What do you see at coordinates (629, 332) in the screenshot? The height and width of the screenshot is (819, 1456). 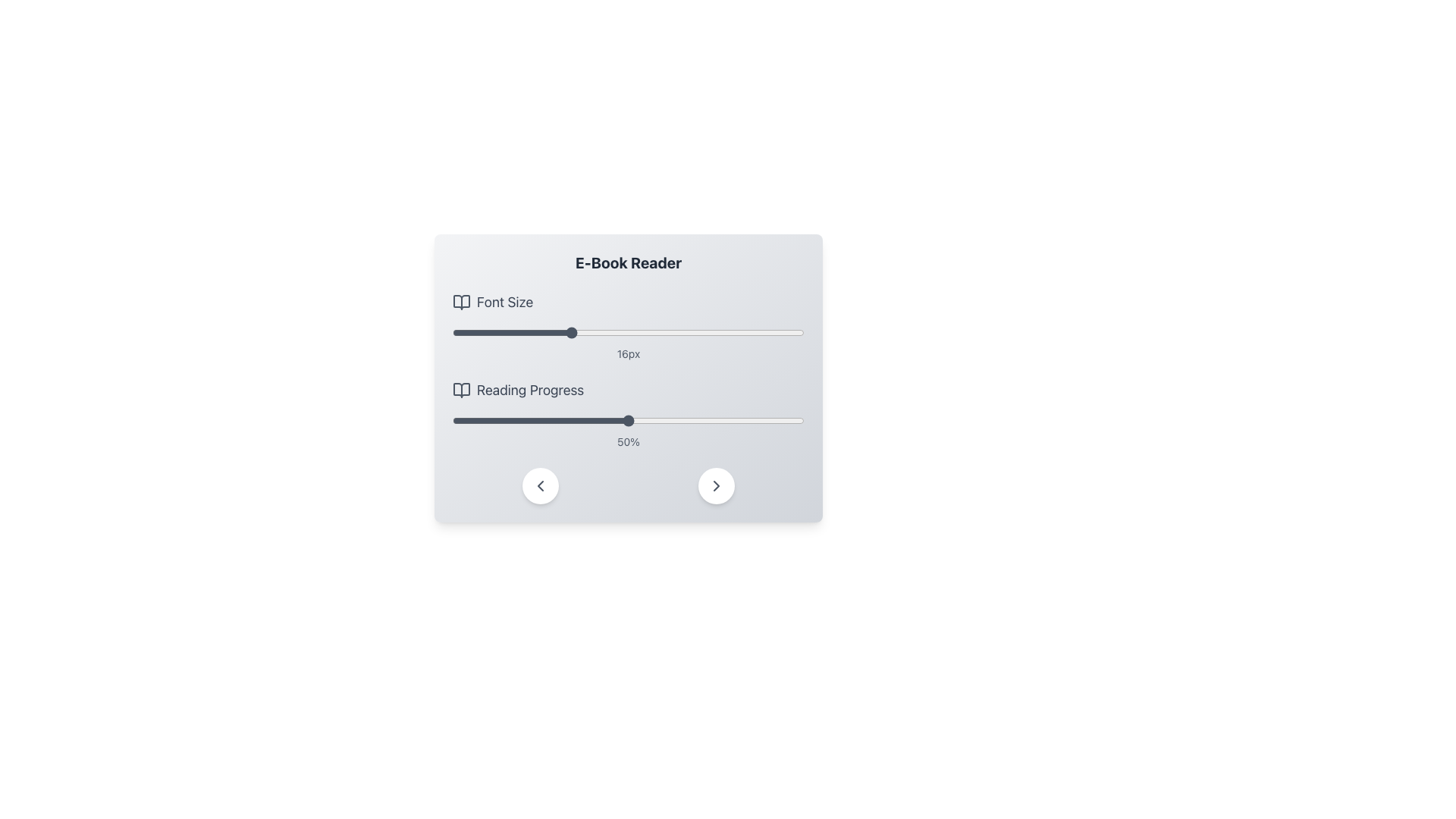 I see `the font size` at bounding box center [629, 332].